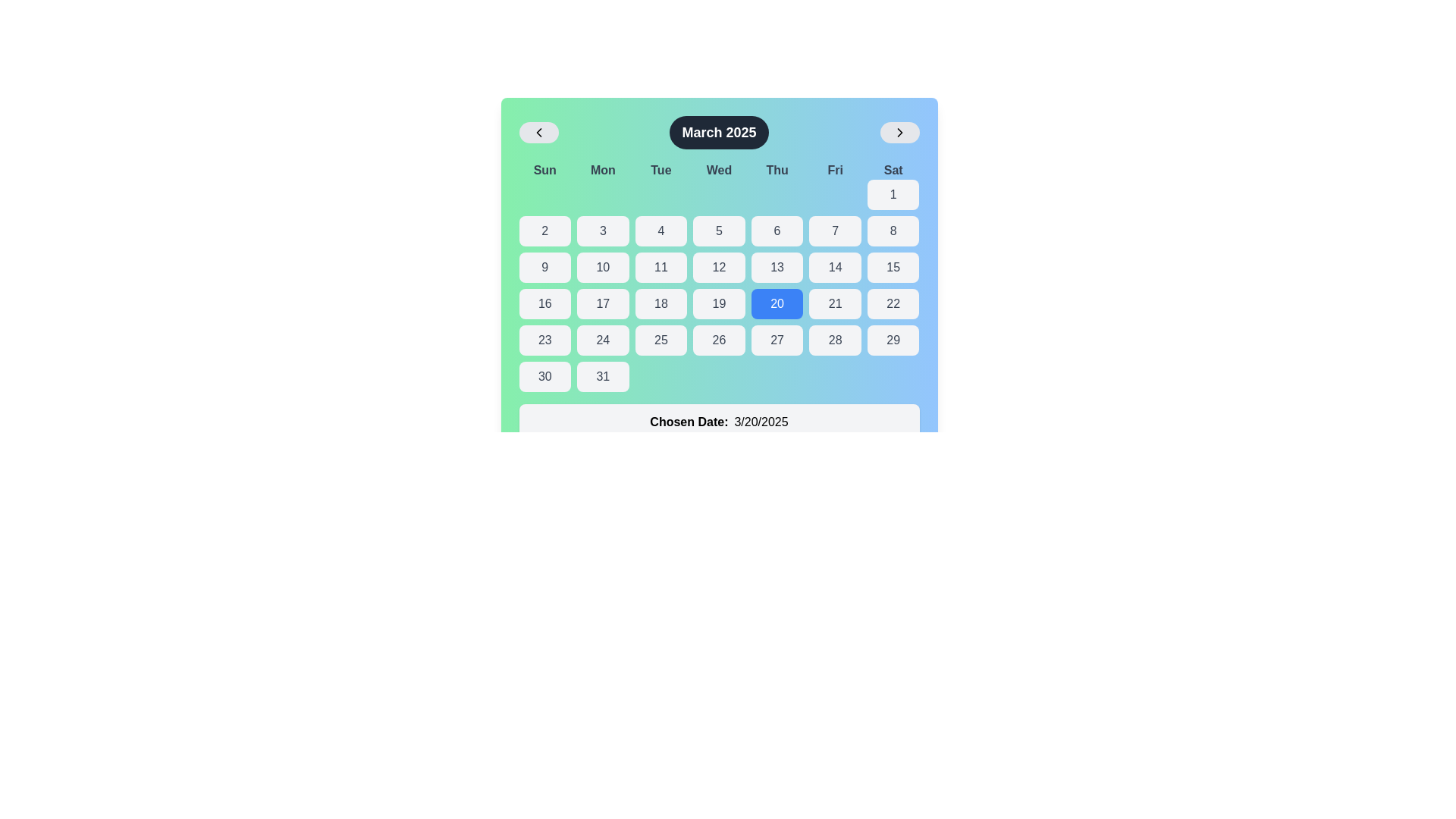 Image resolution: width=1456 pixels, height=819 pixels. Describe the element at coordinates (718, 339) in the screenshot. I see `the button displaying the number '26' in dark gray text, which is located in the sixth row and fourth column of the calendar grid` at that location.